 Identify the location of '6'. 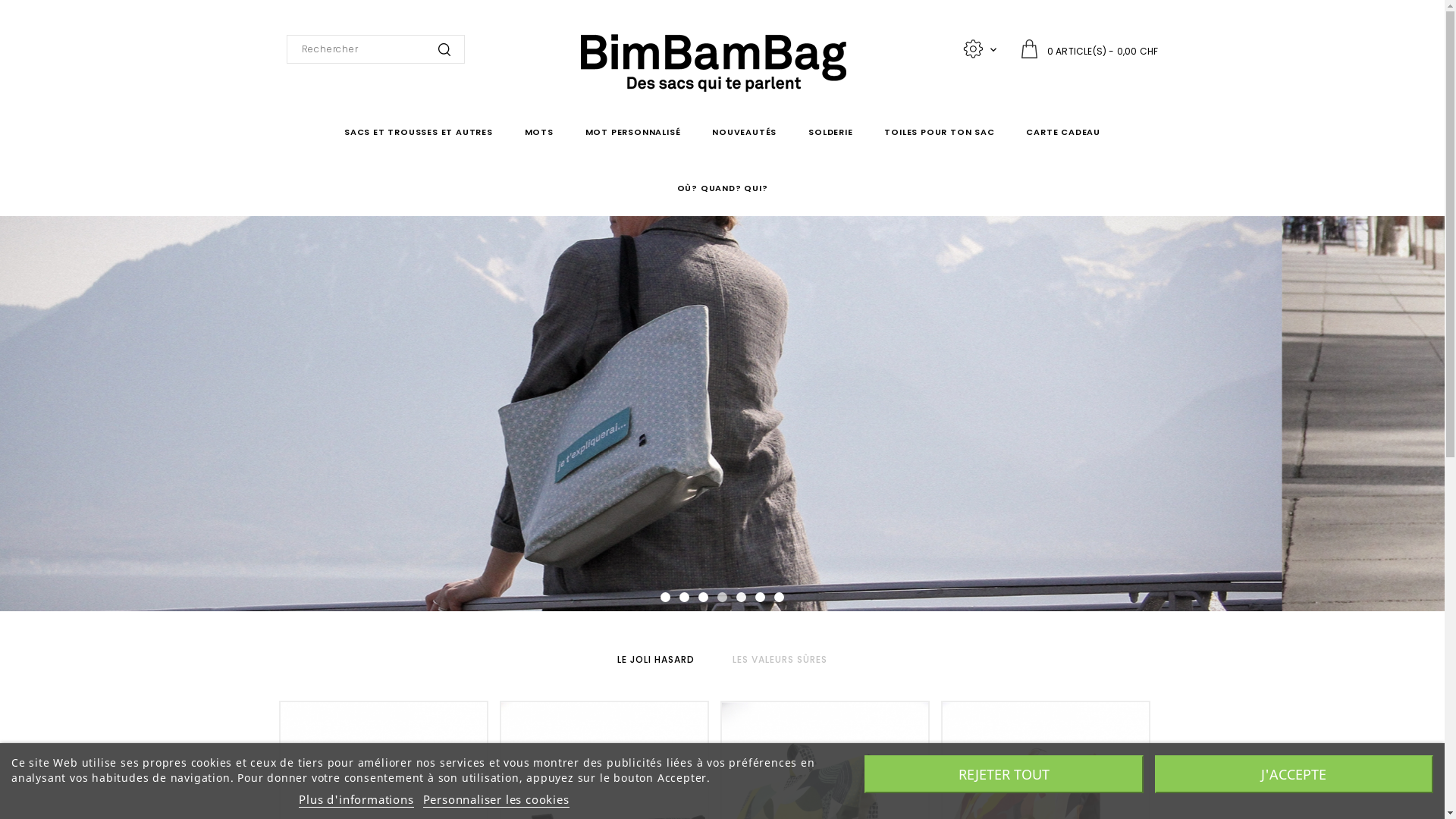
(760, 596).